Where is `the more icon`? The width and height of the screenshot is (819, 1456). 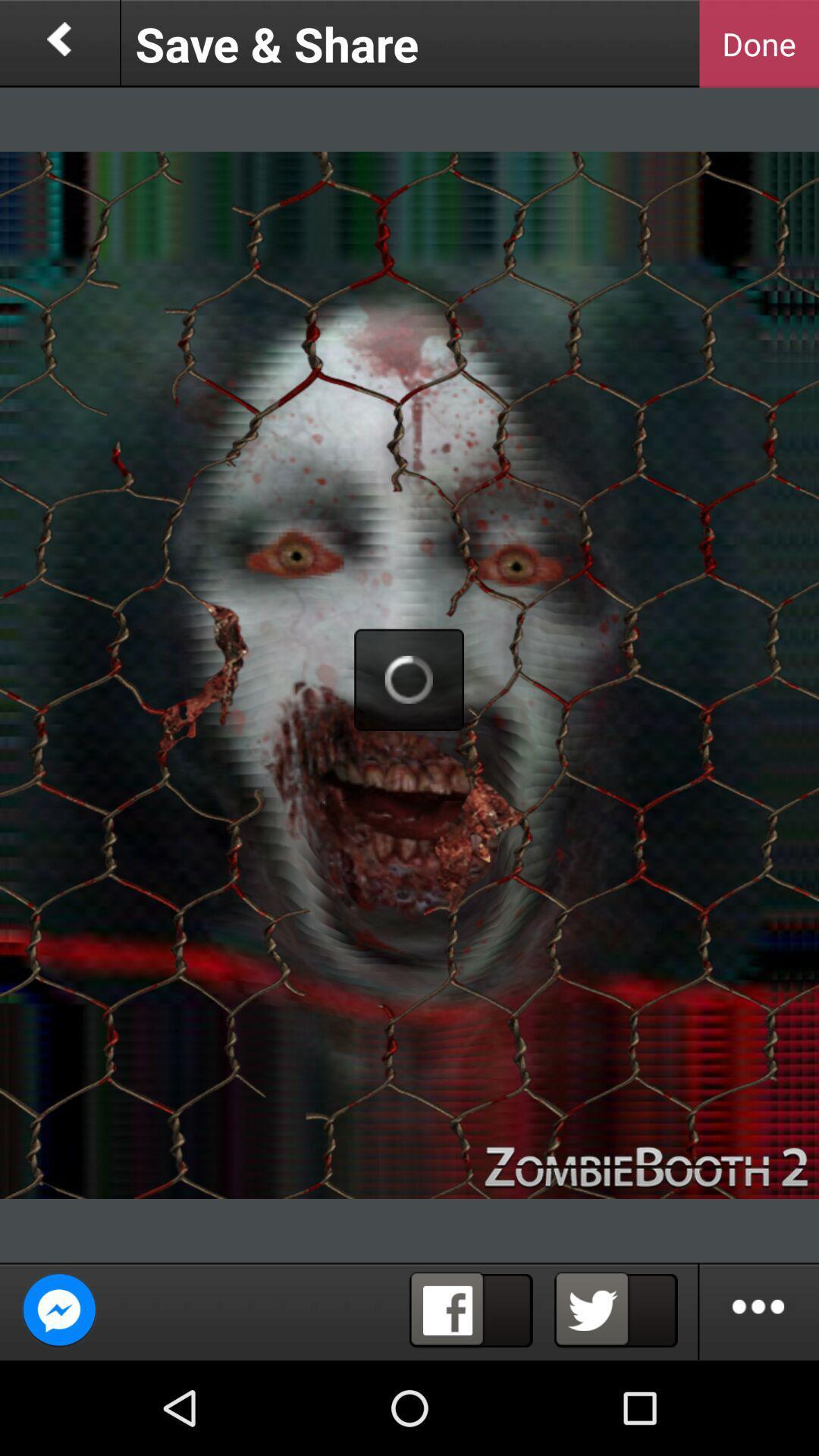 the more icon is located at coordinates (759, 1402).